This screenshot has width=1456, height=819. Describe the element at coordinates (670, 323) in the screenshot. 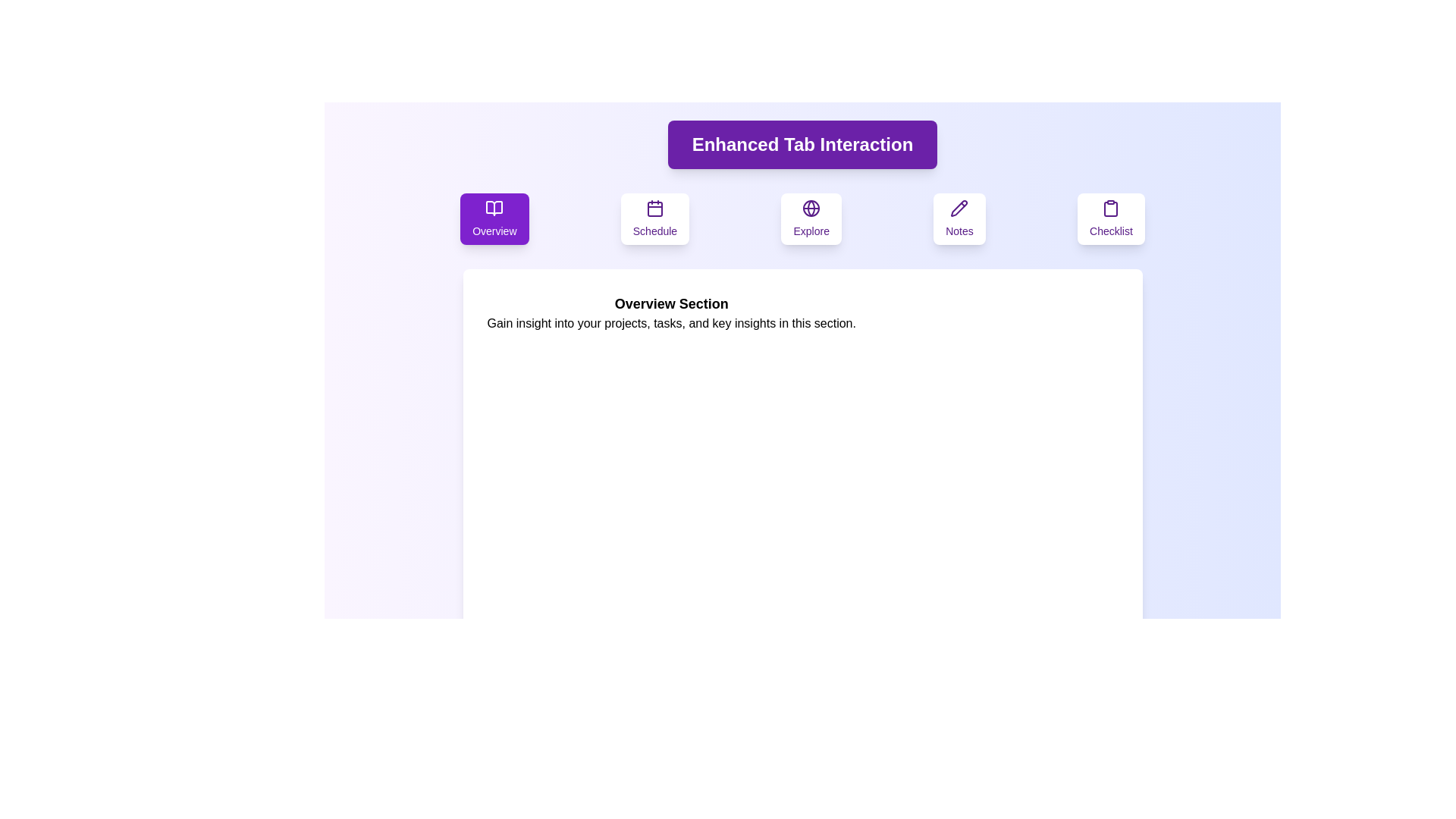

I see `the static text element that describes the purpose and content of the 'Overview Section', located immediately below the bold heading titled 'Overview Section'` at that location.